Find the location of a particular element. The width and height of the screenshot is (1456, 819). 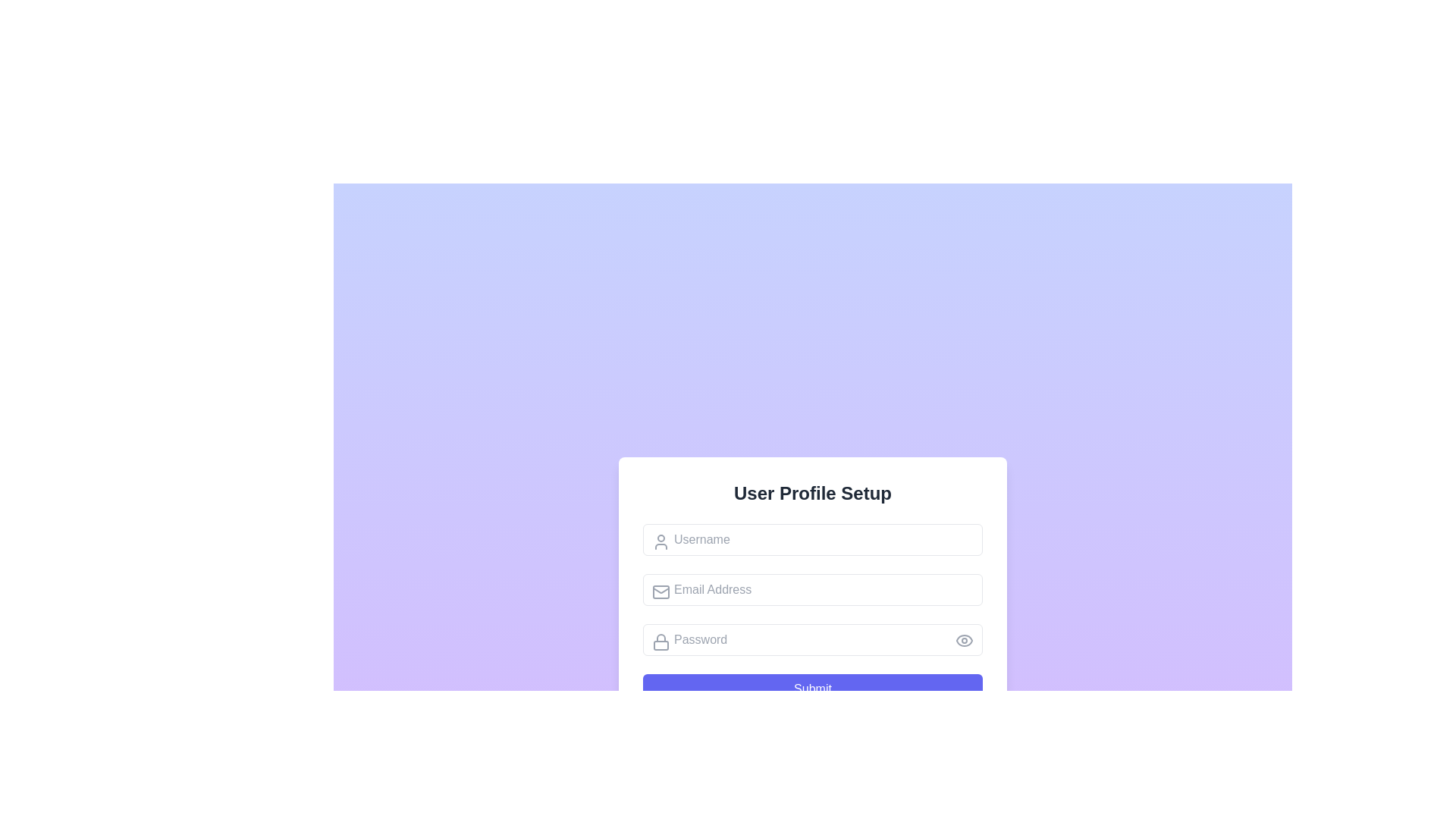

the email icon's envelope outline SVG shape, which is located to the left of the 'Email Address' text input field is located at coordinates (661, 591).